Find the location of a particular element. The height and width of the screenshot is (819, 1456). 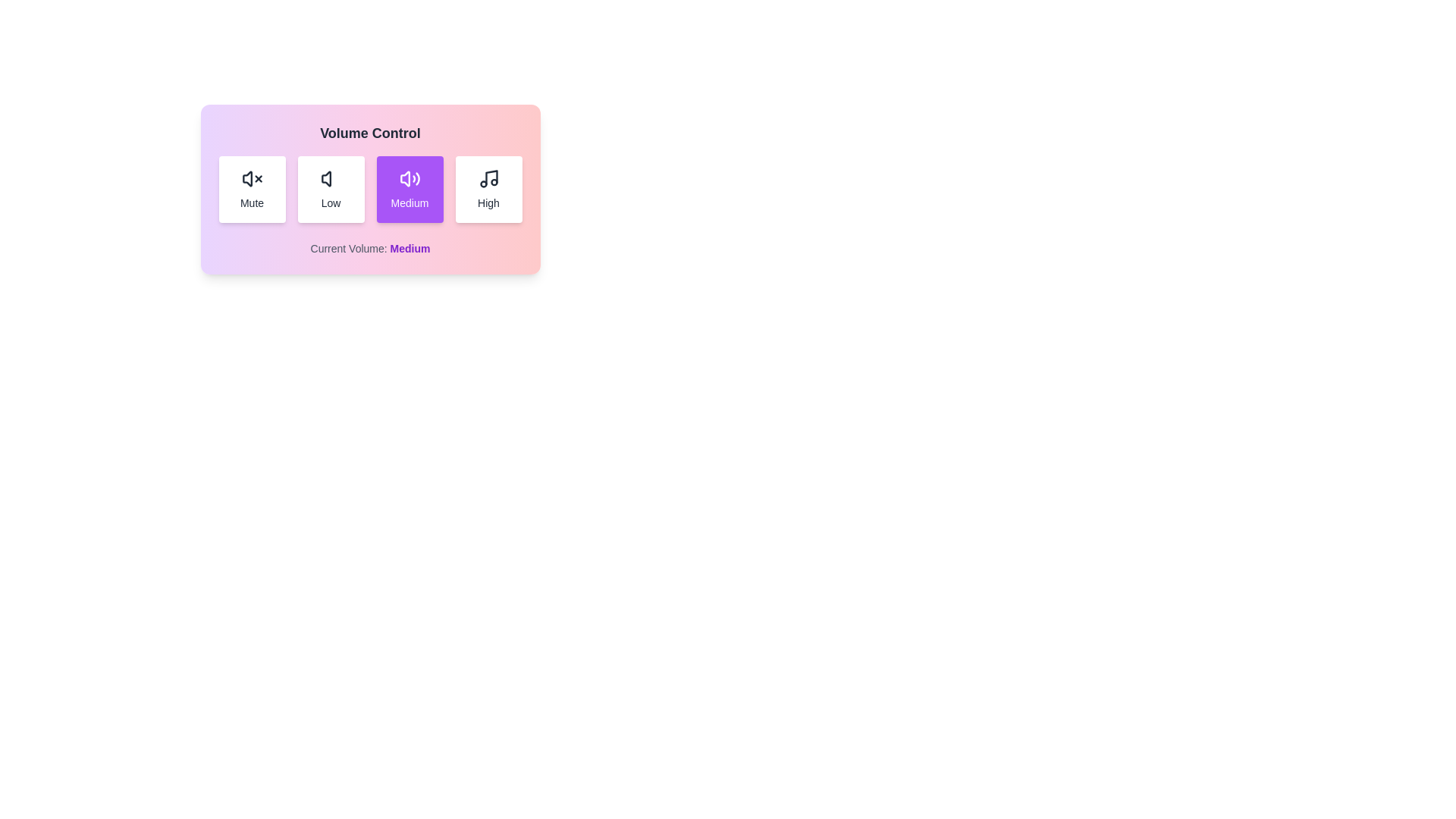

the volume button corresponding to Mute is located at coordinates (252, 189).